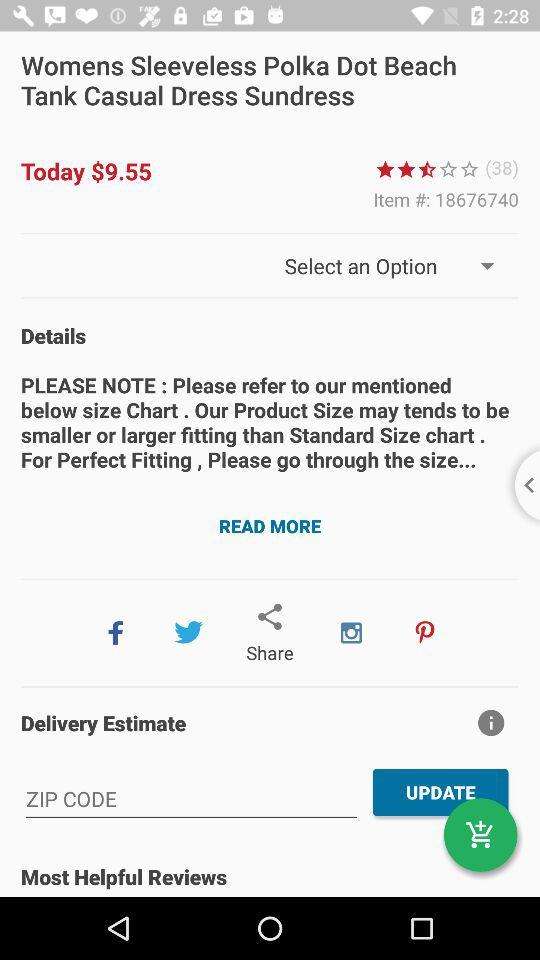  What do you see at coordinates (441, 792) in the screenshot?
I see `update` at bounding box center [441, 792].